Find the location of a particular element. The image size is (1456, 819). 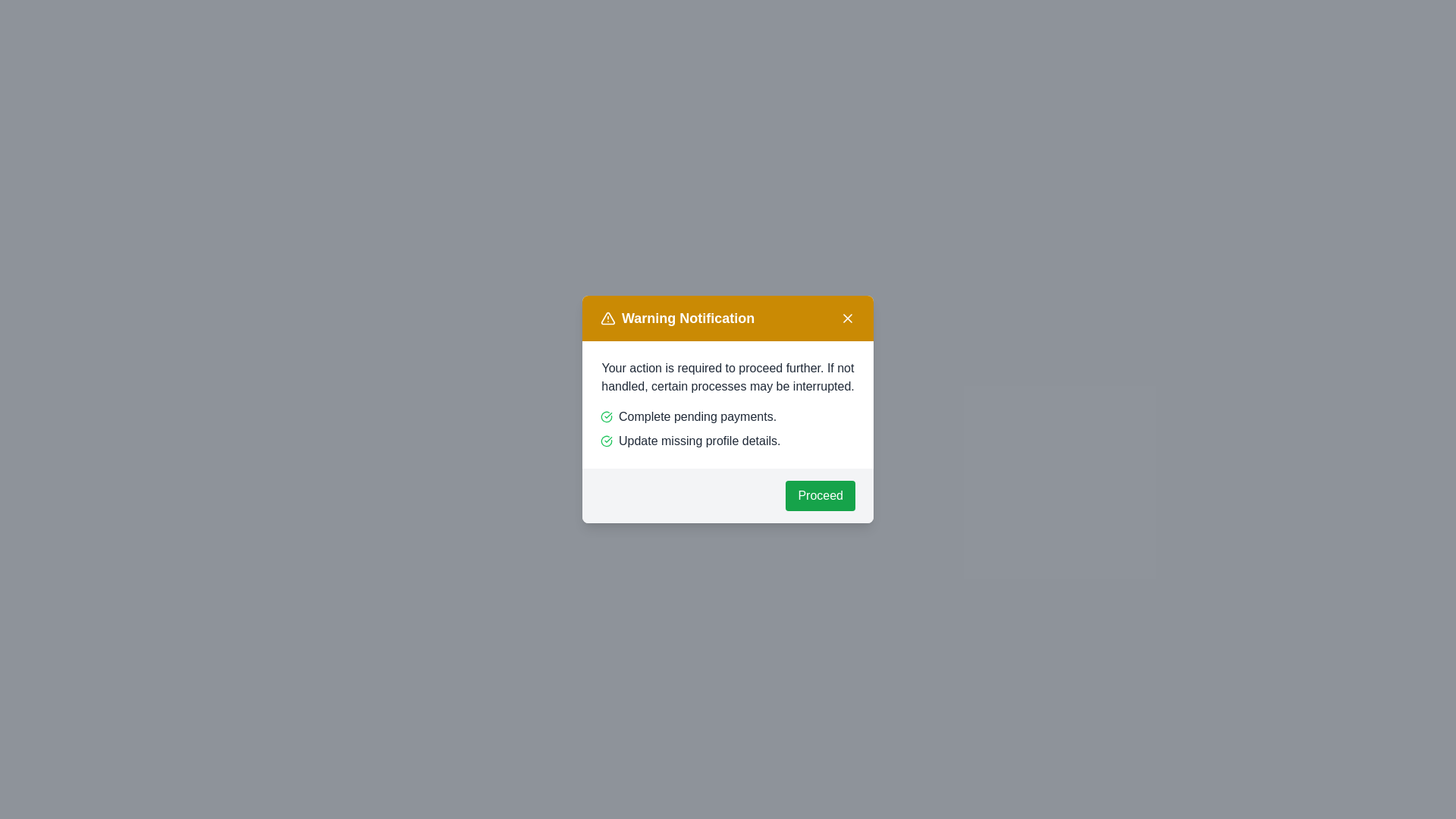

the bold text element reading 'Warning Notification', which is styled with a large font size and located inside a yellow colored box at the top of a notification popup is located at coordinates (676, 318).